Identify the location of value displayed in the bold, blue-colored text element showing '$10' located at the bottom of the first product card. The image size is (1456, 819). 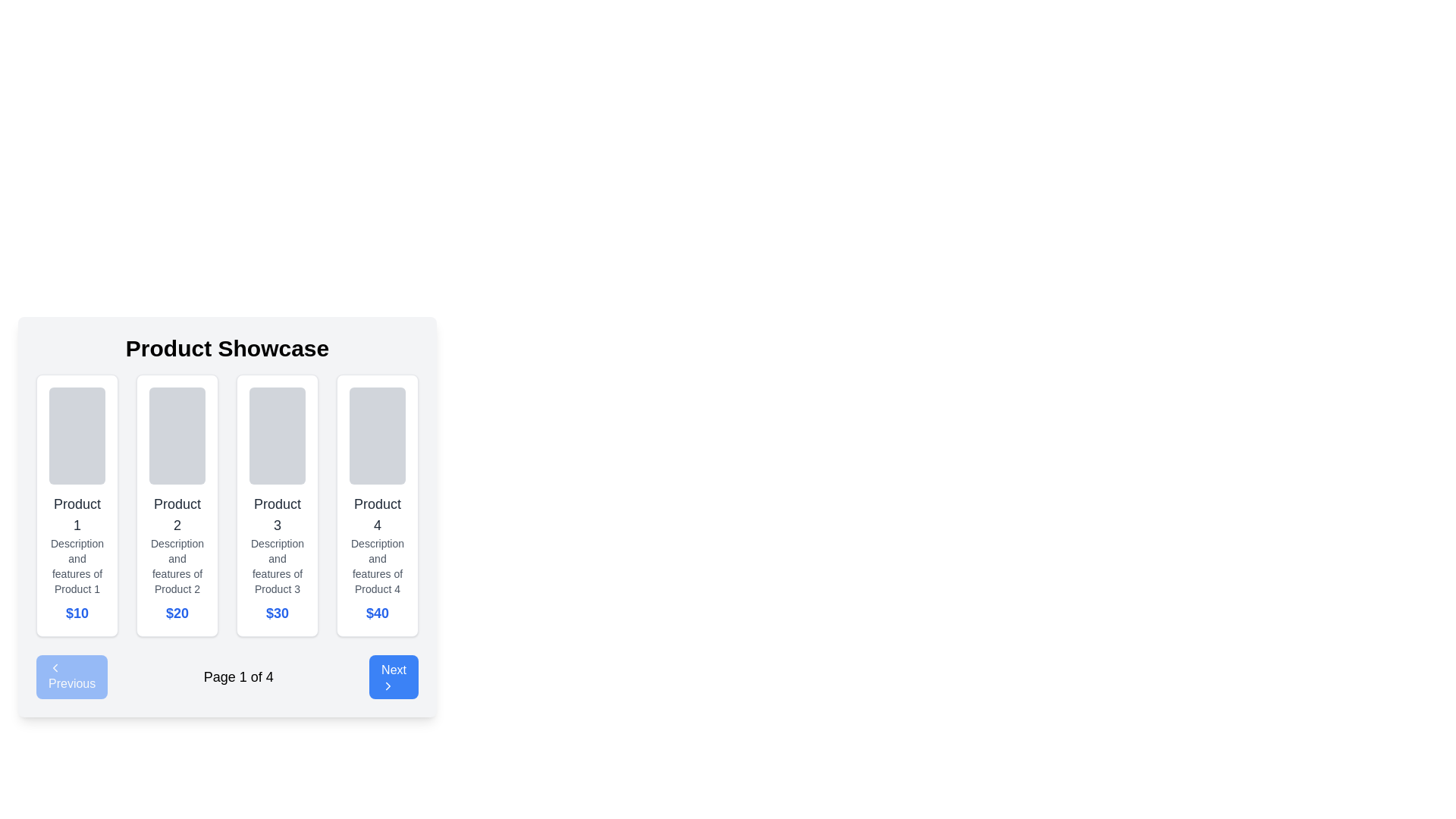
(76, 613).